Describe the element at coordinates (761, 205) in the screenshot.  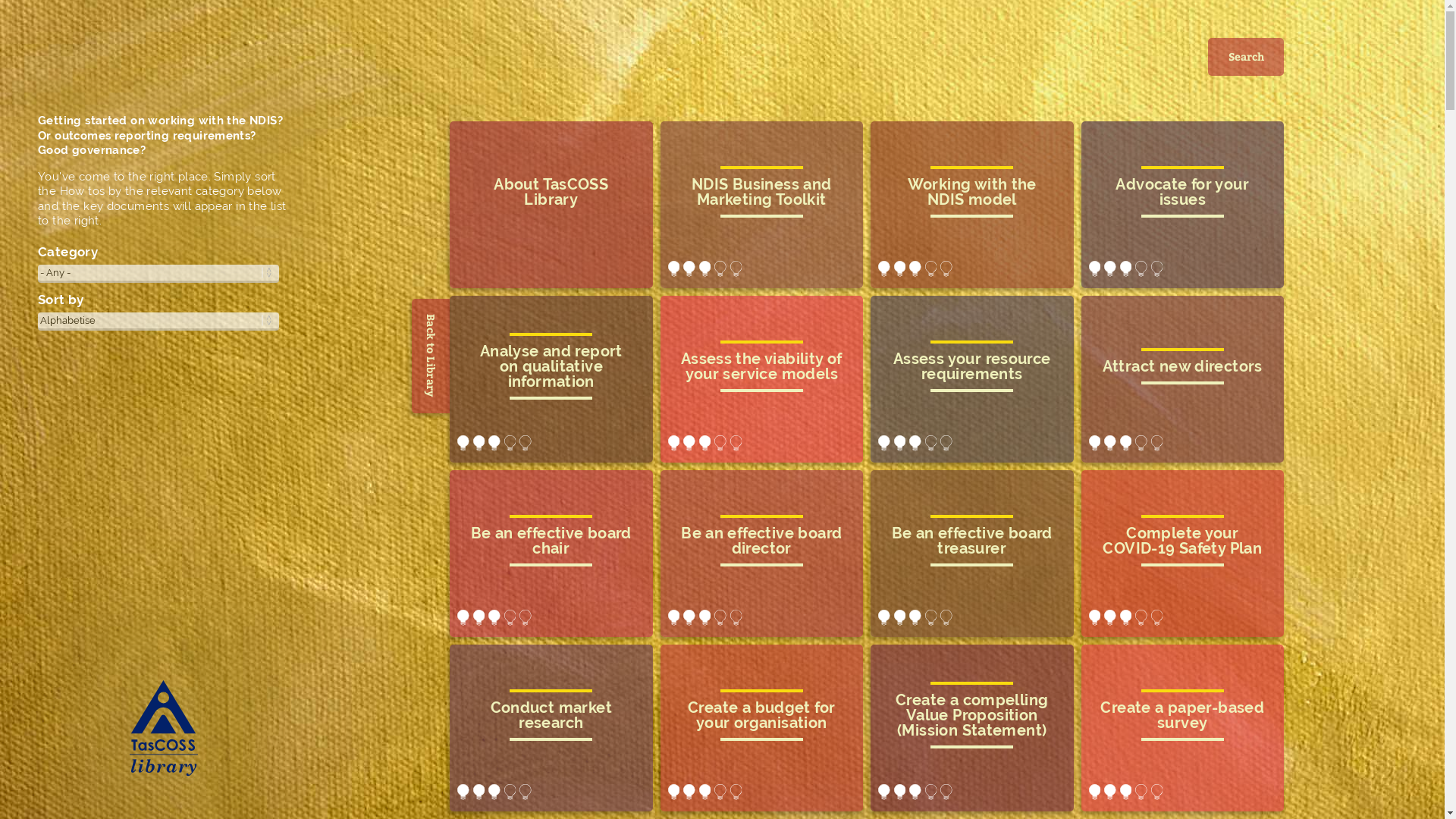
I see `'NDIS Business and Marketing Toolkit'` at that location.